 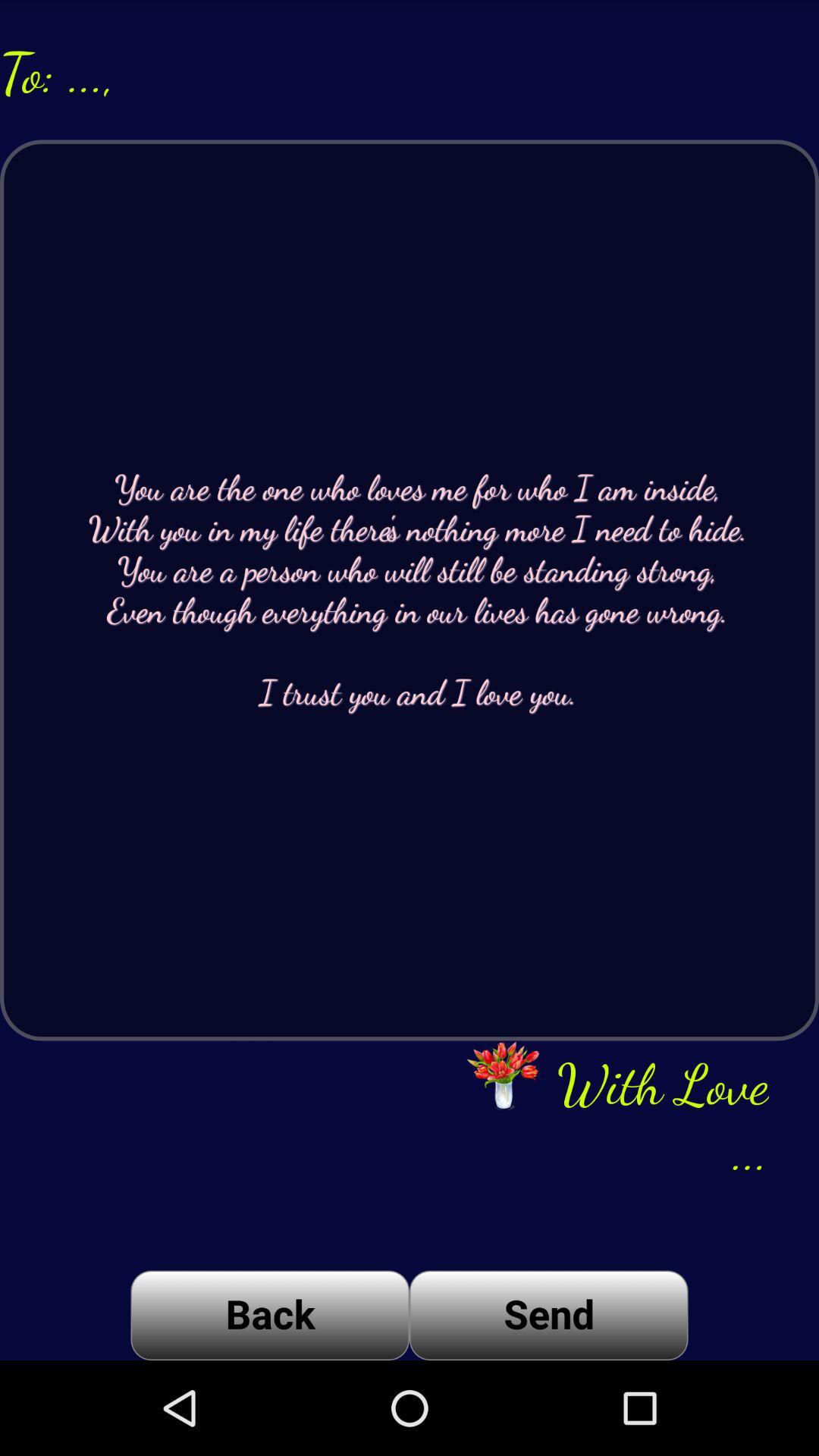 What do you see at coordinates (269, 1314) in the screenshot?
I see `button at the bottom left corner` at bounding box center [269, 1314].